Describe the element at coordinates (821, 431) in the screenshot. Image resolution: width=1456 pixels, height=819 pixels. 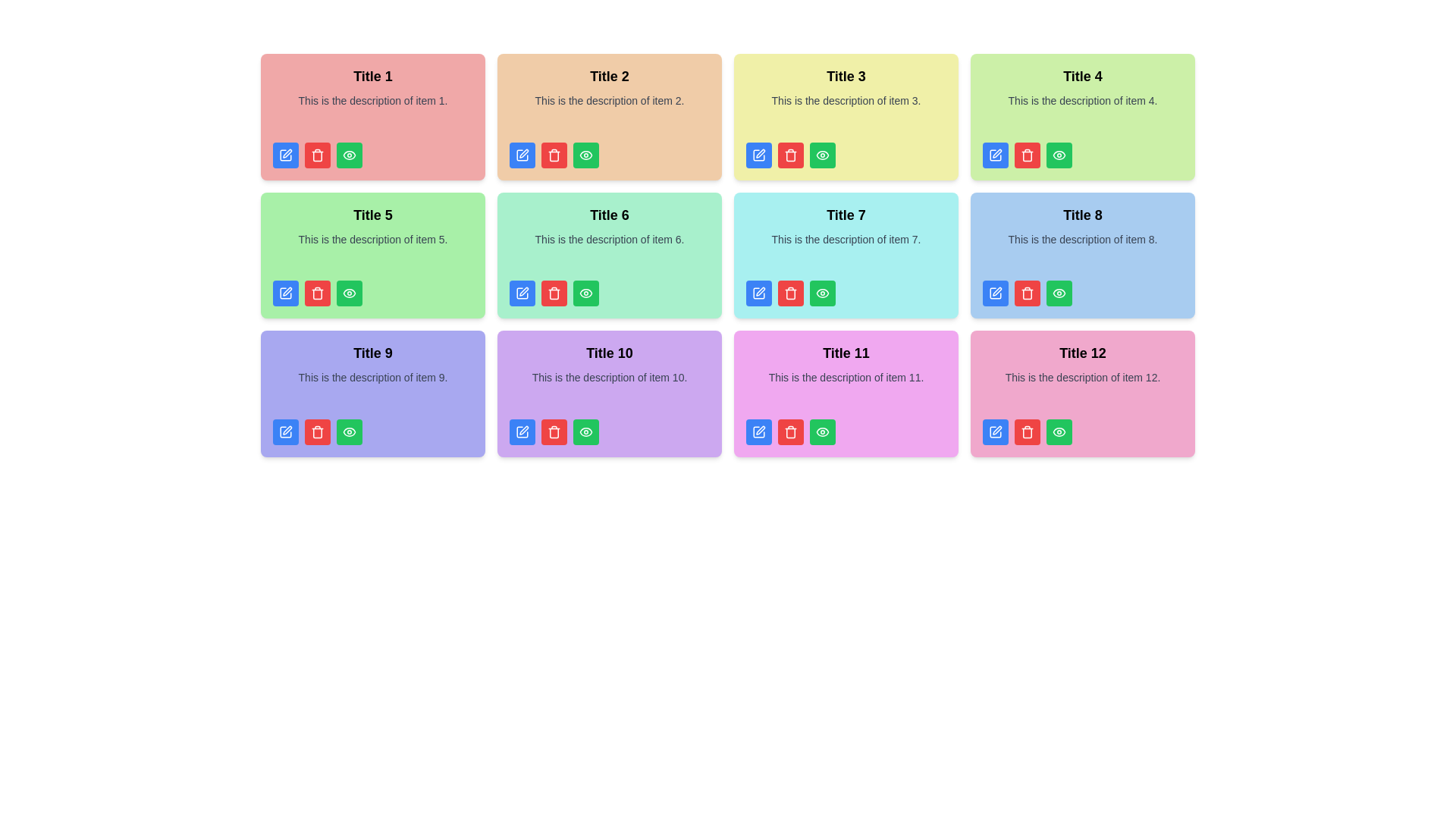
I see `the eye icon button located in the bottom-right corner of the card labeled 'Title 11', which features a green background and white outline` at that location.